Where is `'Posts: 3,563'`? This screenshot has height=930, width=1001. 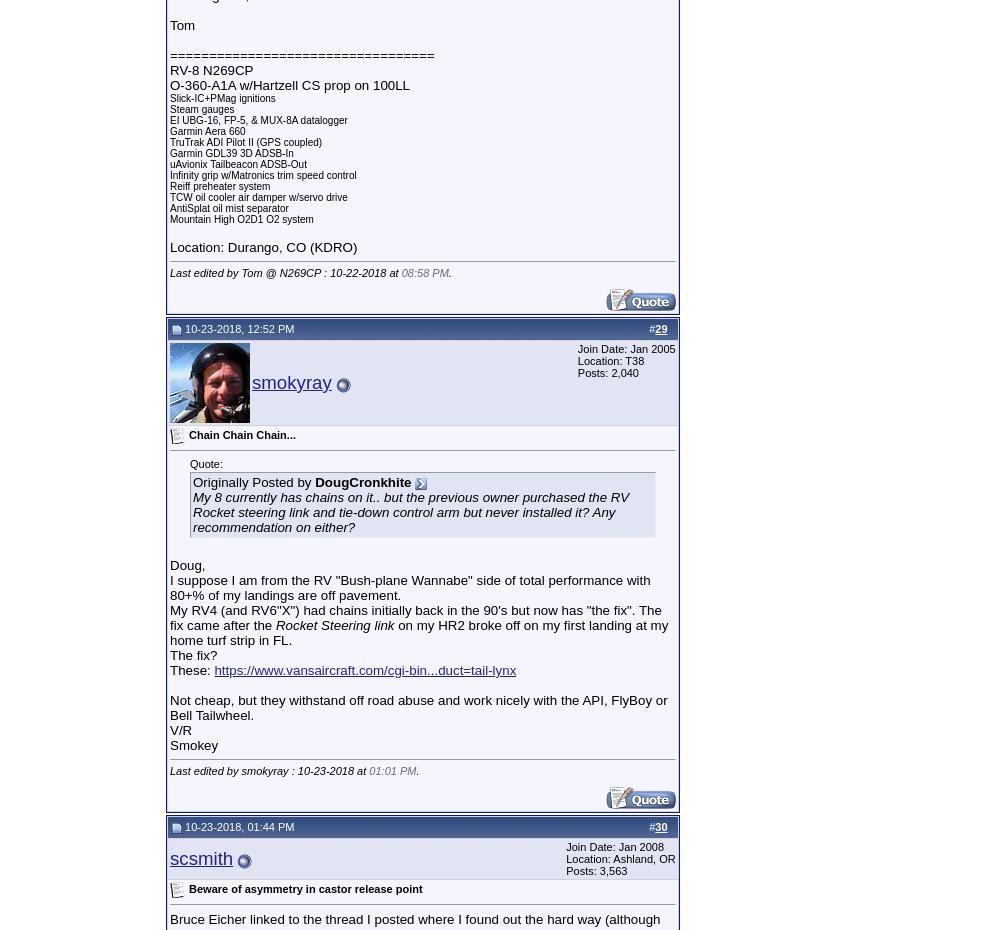
'Posts: 3,563' is located at coordinates (596, 870).